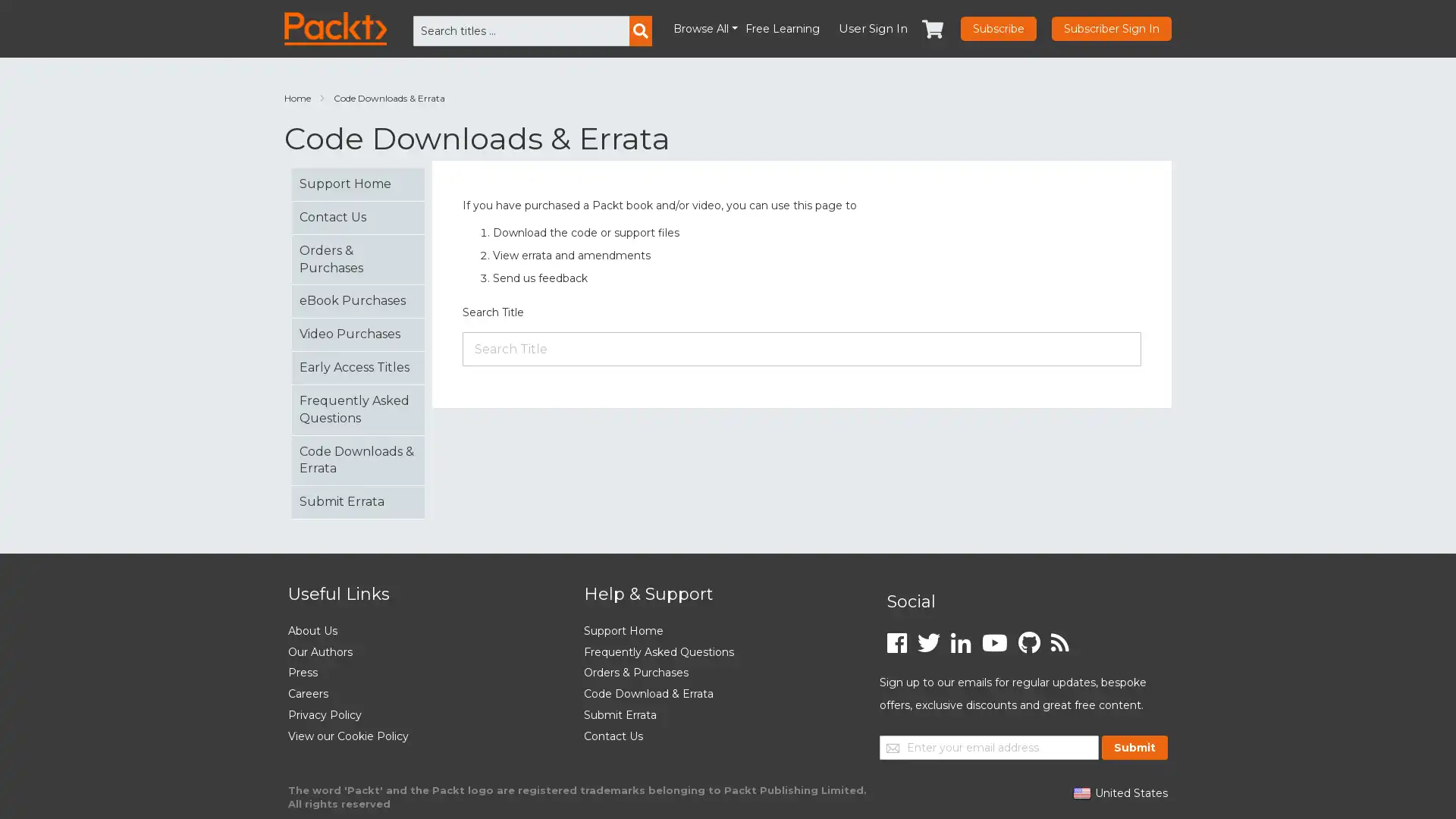  Describe the element at coordinates (1111, 29) in the screenshot. I see `Subscriber Sign In` at that location.